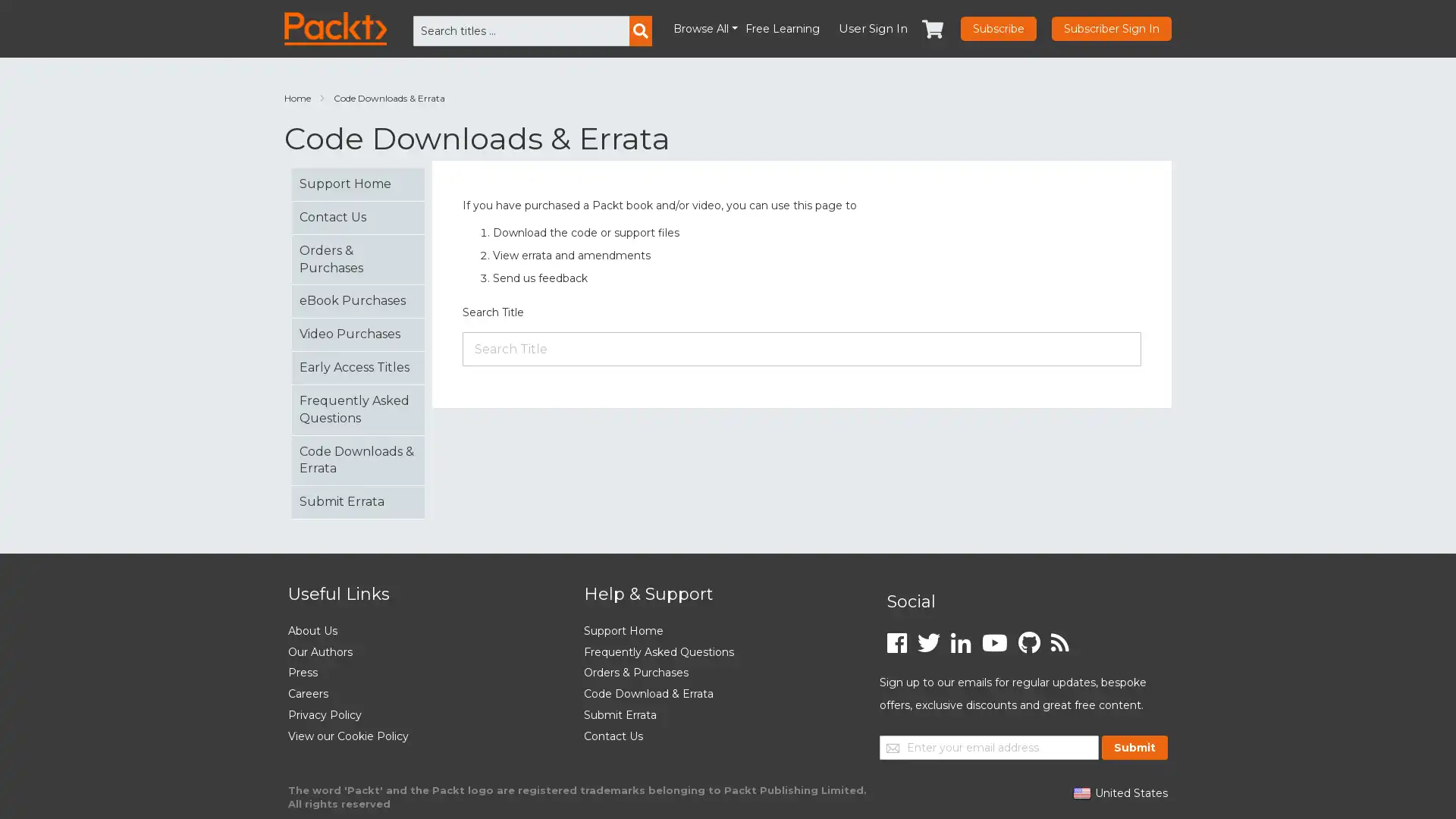  Describe the element at coordinates (1111, 29) in the screenshot. I see `Subscriber Sign In` at that location.